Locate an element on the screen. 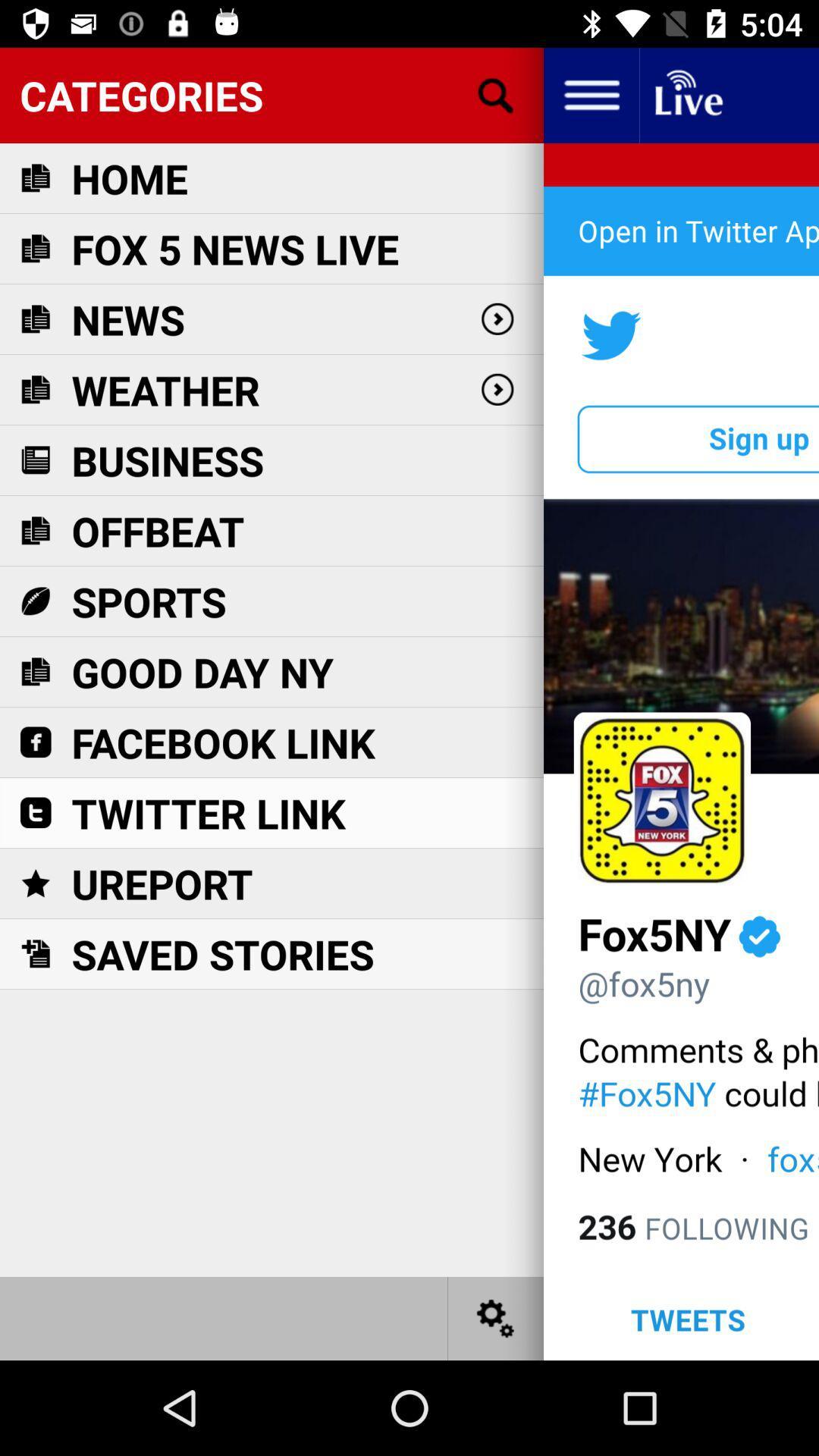 This screenshot has height=1456, width=819. search option is located at coordinates (496, 94).